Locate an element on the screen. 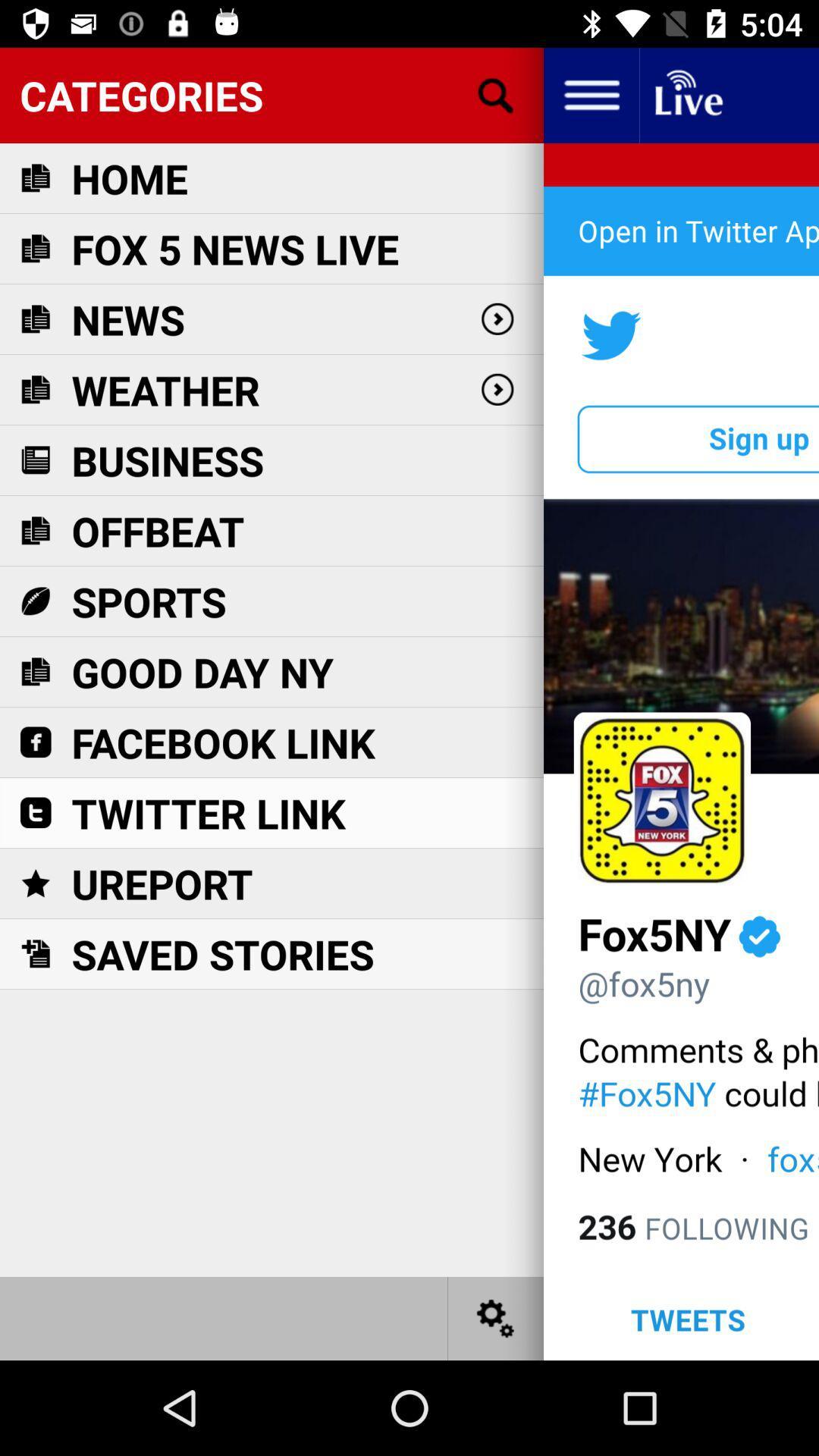 This screenshot has height=1456, width=819. search option is located at coordinates (496, 94).